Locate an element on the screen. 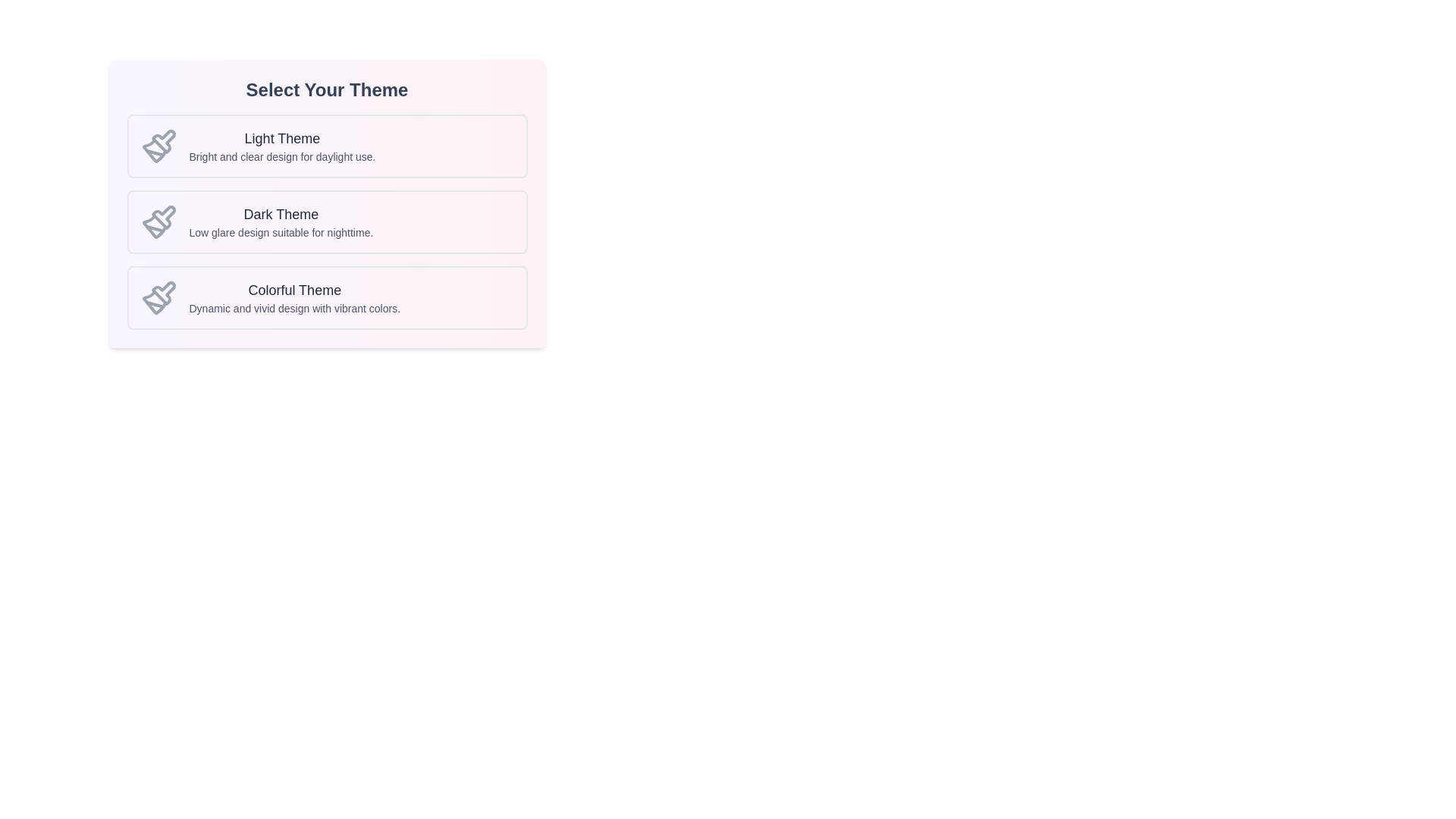 The image size is (1456, 819). the 'Colorful Theme' icon which represents the theme selection options, located at the bottommost row among its siblings is located at coordinates (155, 304).